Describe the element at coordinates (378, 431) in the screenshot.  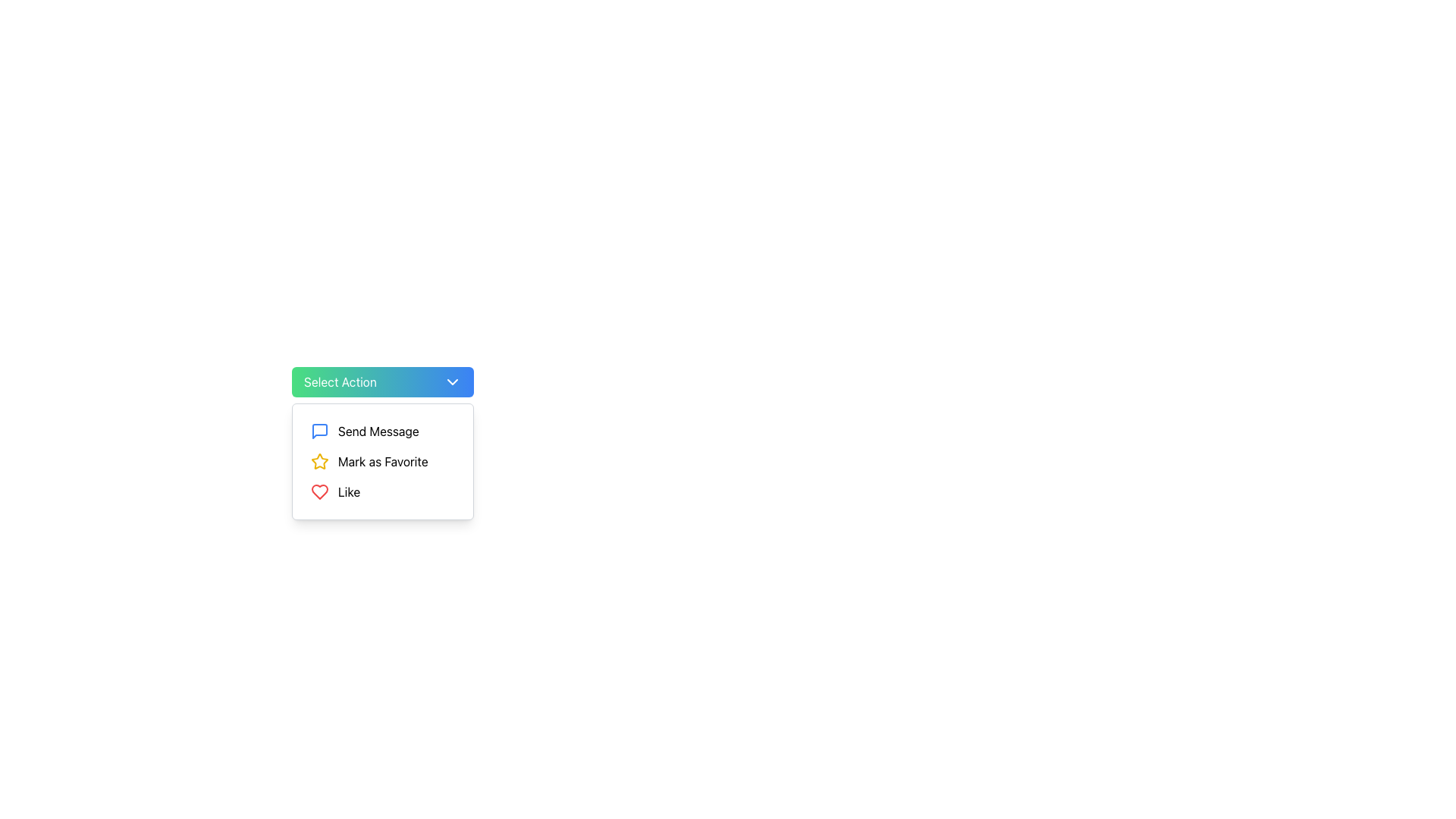
I see `the 'Send Message' text label within the dropdown menu` at that location.